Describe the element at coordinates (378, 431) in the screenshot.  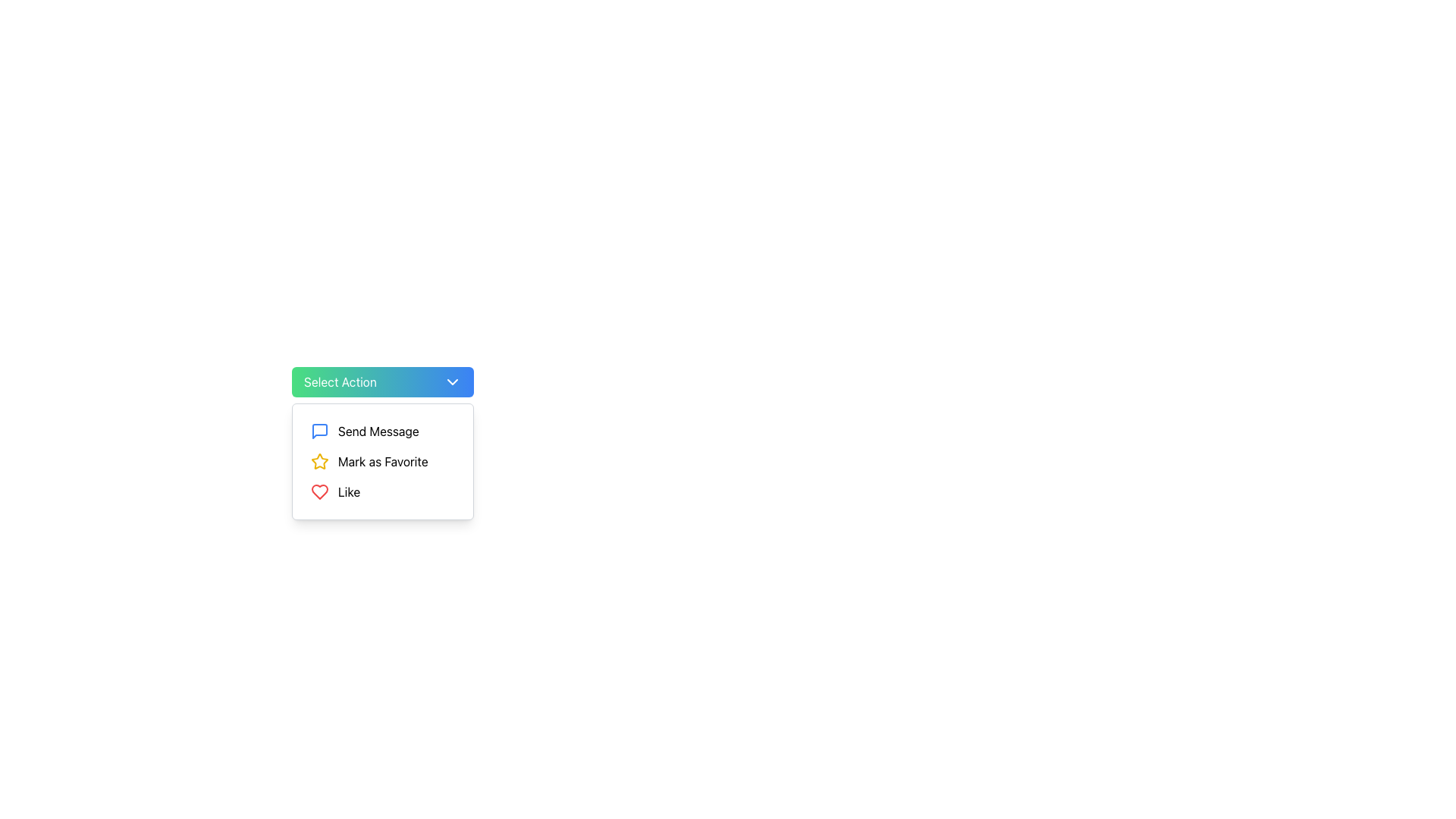
I see `the 'Send Message' text label within the dropdown menu` at that location.